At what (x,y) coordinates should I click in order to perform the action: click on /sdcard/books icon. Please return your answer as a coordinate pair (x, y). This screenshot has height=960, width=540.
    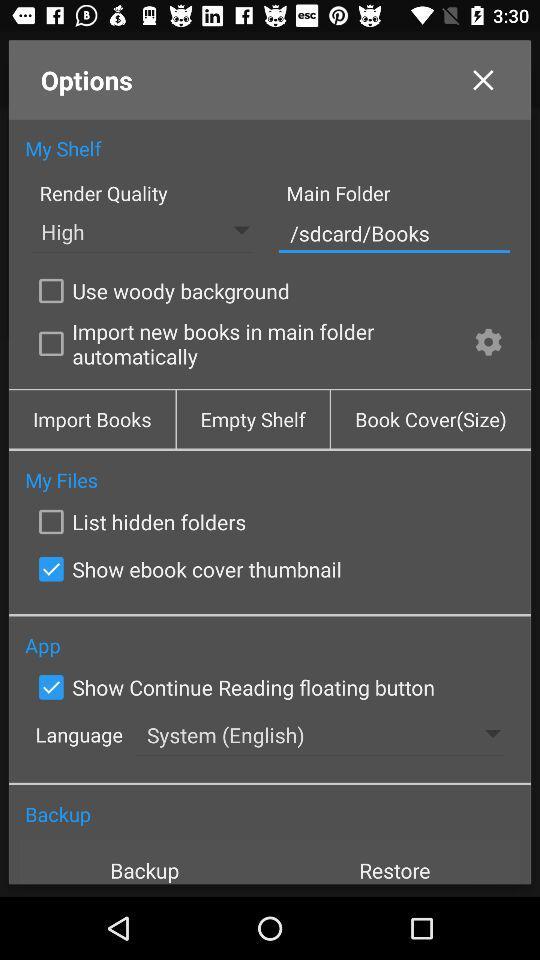
    Looking at the image, I should click on (394, 232).